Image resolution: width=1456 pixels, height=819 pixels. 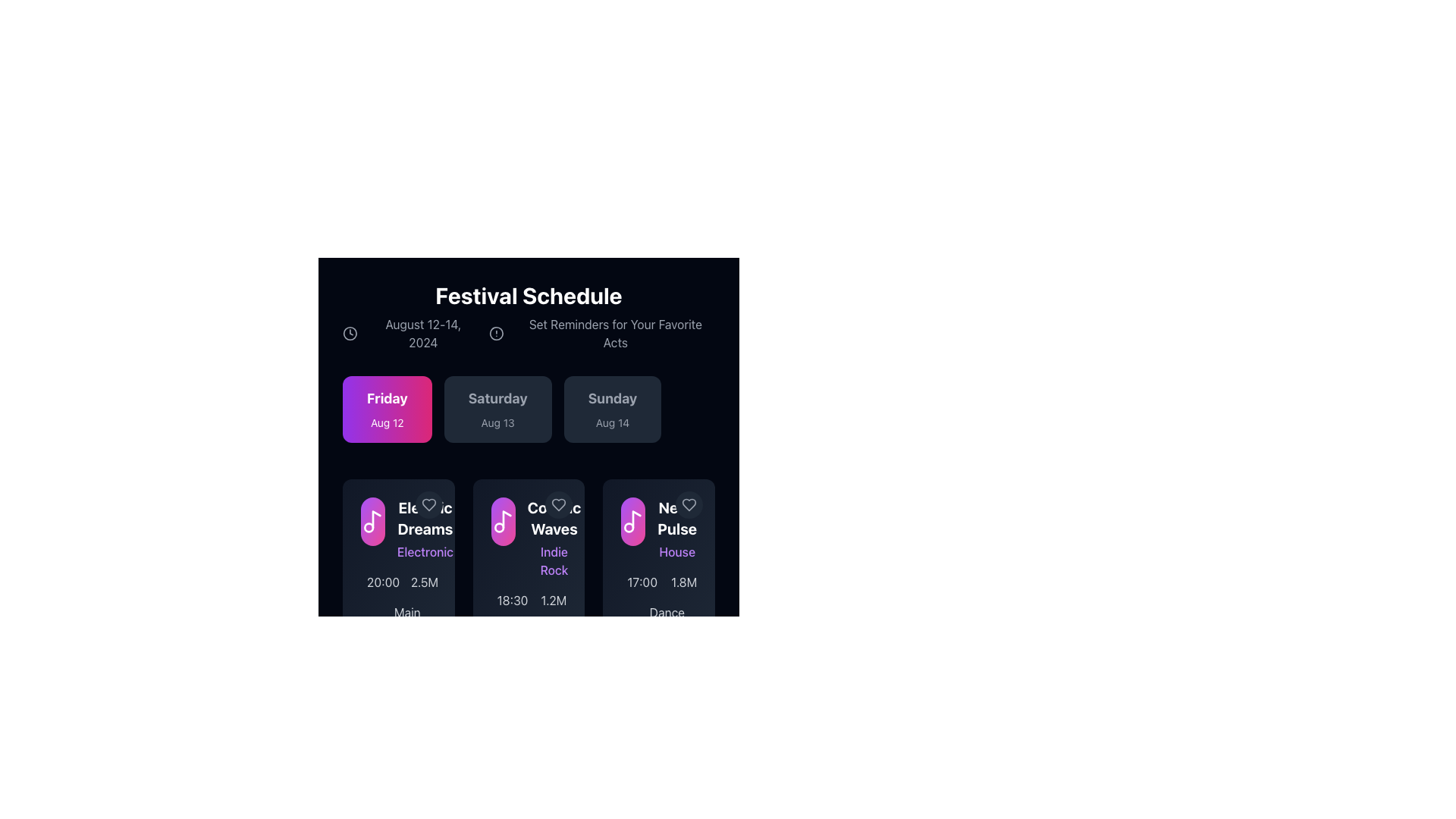 What do you see at coordinates (529, 428) in the screenshot?
I see `the specific date buttons within the Informational Content Block` at bounding box center [529, 428].